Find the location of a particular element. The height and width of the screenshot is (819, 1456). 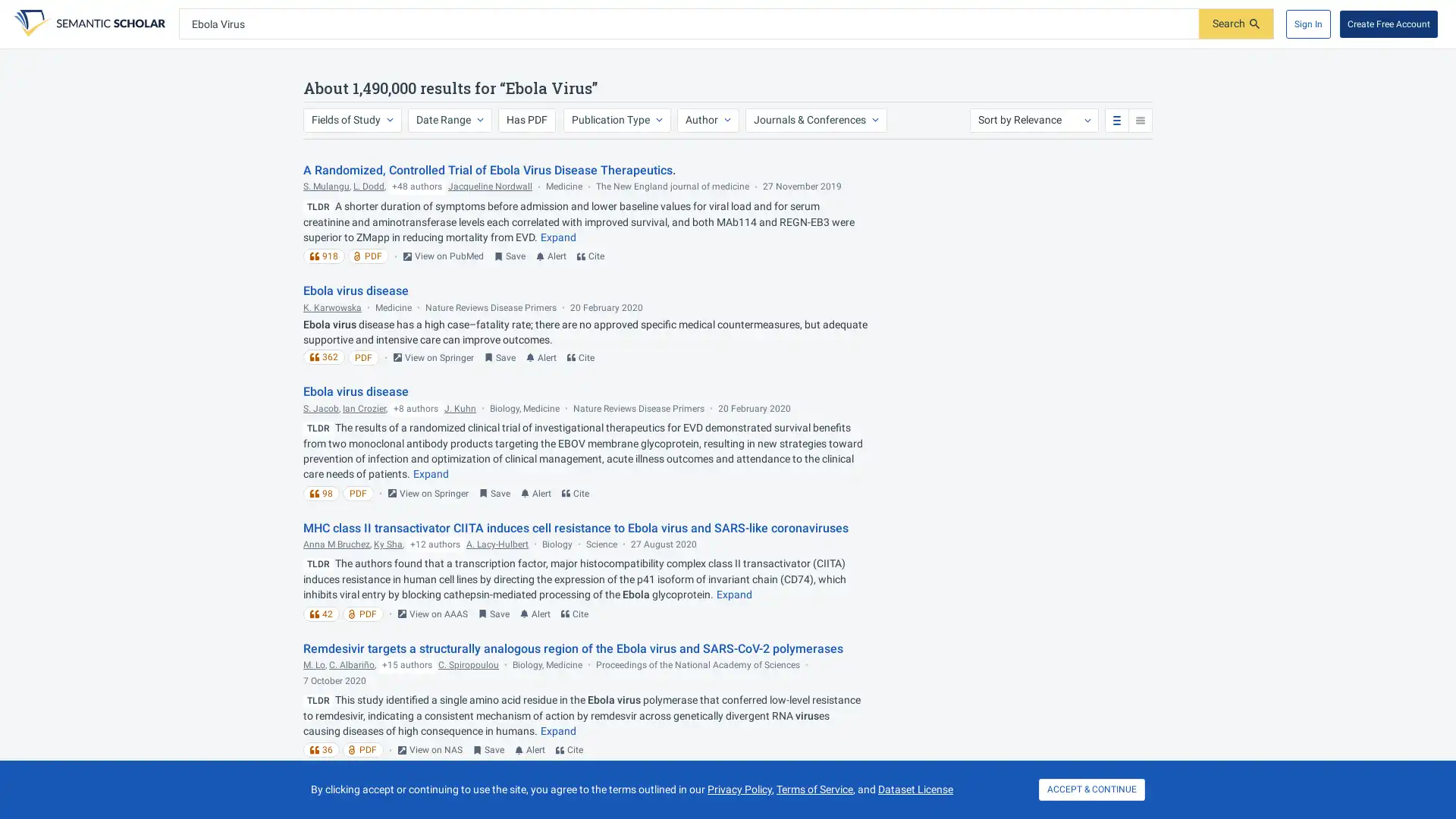

Expand truncated text is located at coordinates (734, 594).